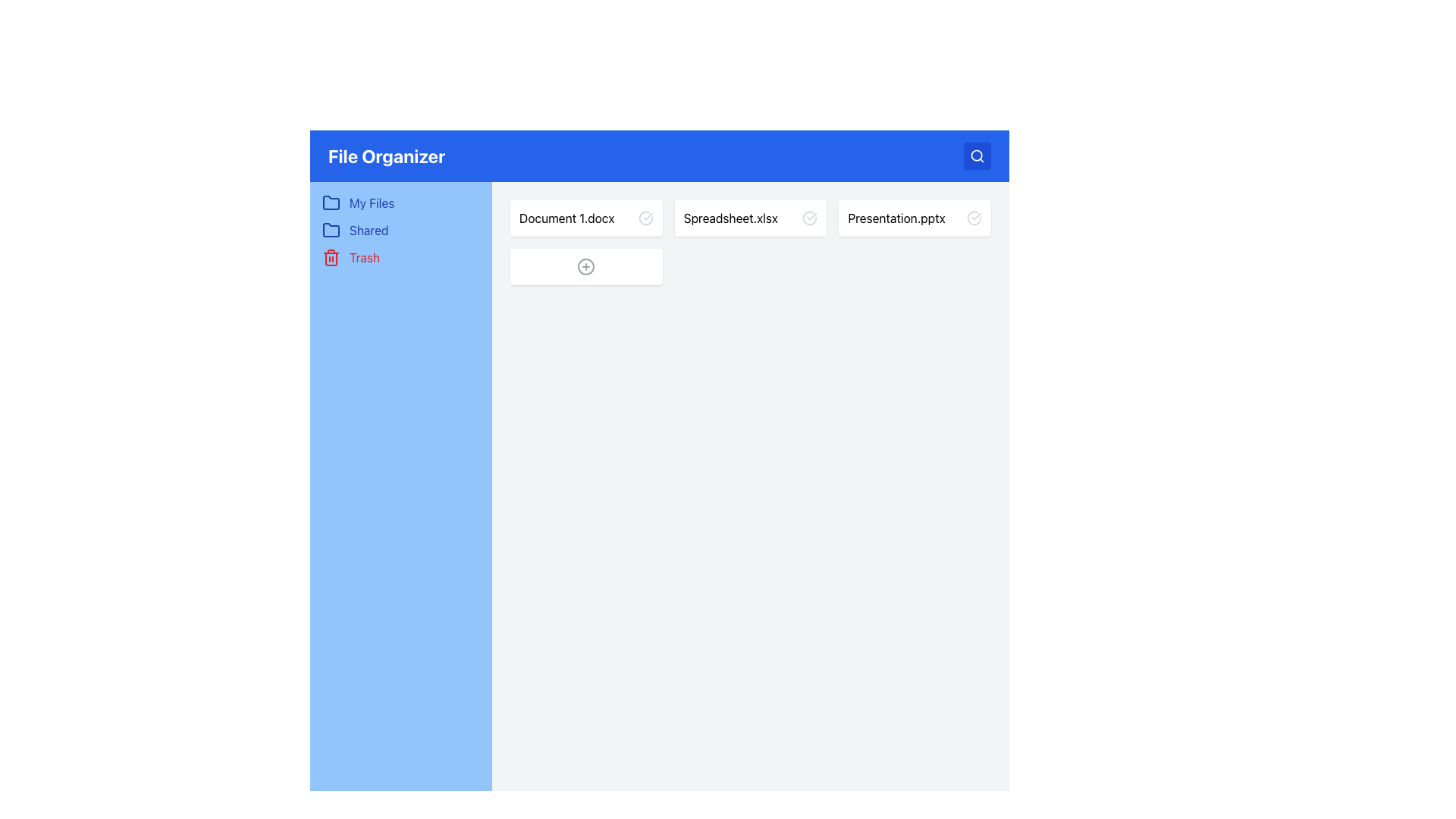 Image resolution: width=1456 pixels, height=819 pixels. Describe the element at coordinates (974, 218) in the screenshot. I see `the icon indicating an action related to the file 'Presentation.pptx'` at that location.